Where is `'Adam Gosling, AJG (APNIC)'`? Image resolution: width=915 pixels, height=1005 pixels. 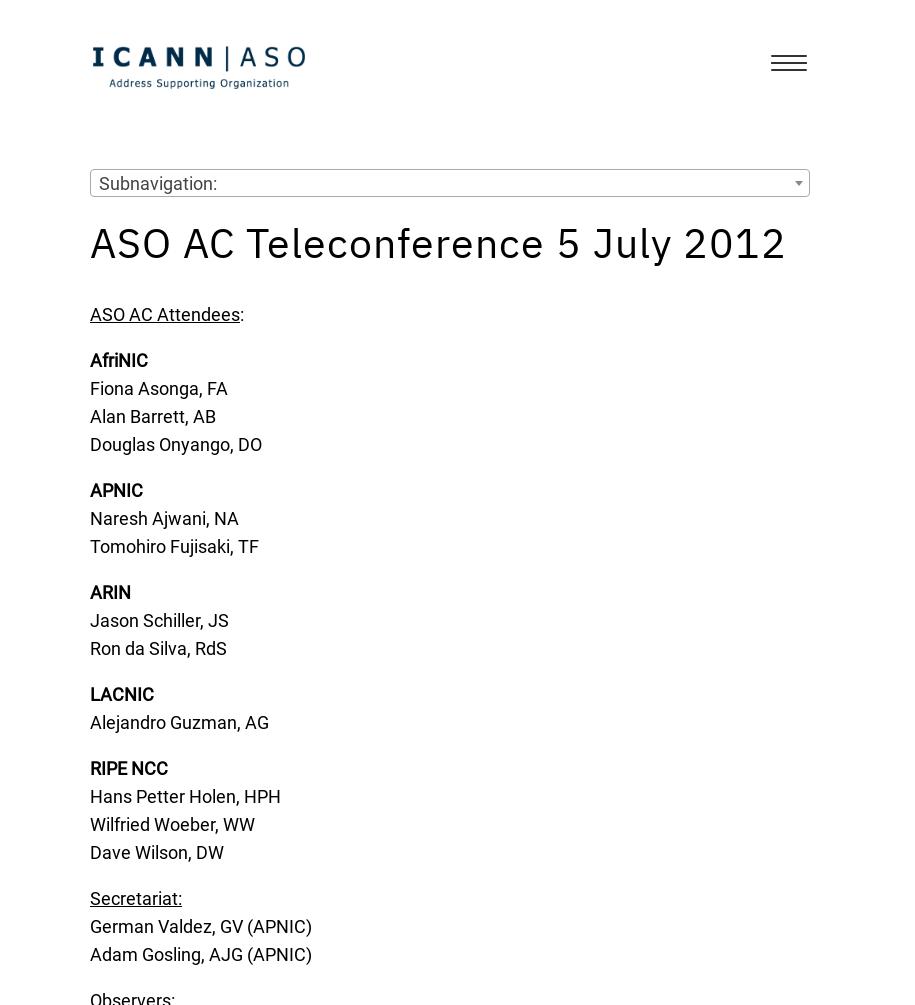
'Adam Gosling, AJG (APNIC)' is located at coordinates (200, 953).